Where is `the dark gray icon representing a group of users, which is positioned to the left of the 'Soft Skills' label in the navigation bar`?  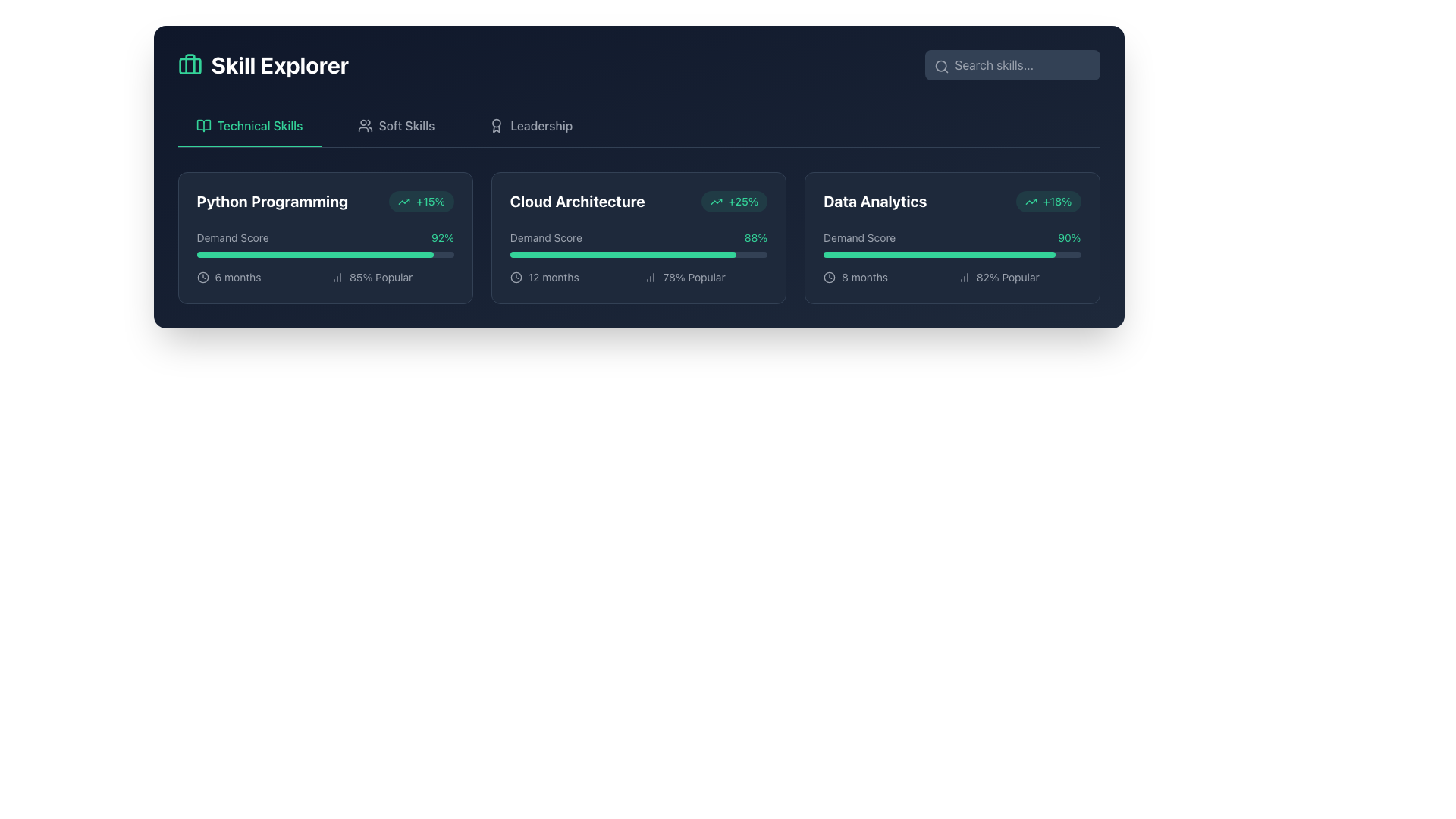
the dark gray icon representing a group of users, which is positioned to the left of the 'Soft Skills' label in the navigation bar is located at coordinates (365, 124).